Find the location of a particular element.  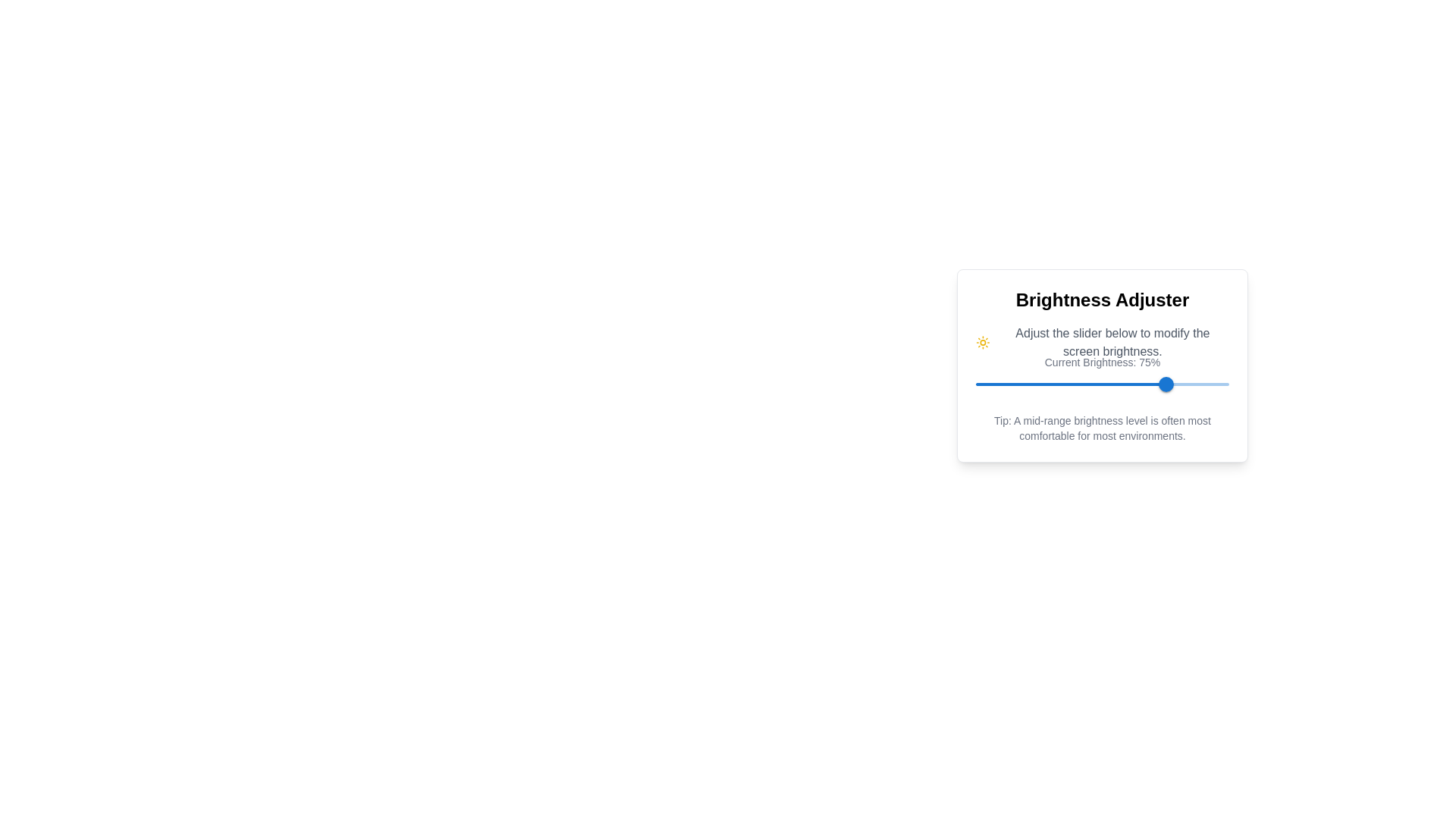

the bold, large-sized text labeled 'Brightness Adjuster' located at the top-center of the card interface is located at coordinates (1103, 300).